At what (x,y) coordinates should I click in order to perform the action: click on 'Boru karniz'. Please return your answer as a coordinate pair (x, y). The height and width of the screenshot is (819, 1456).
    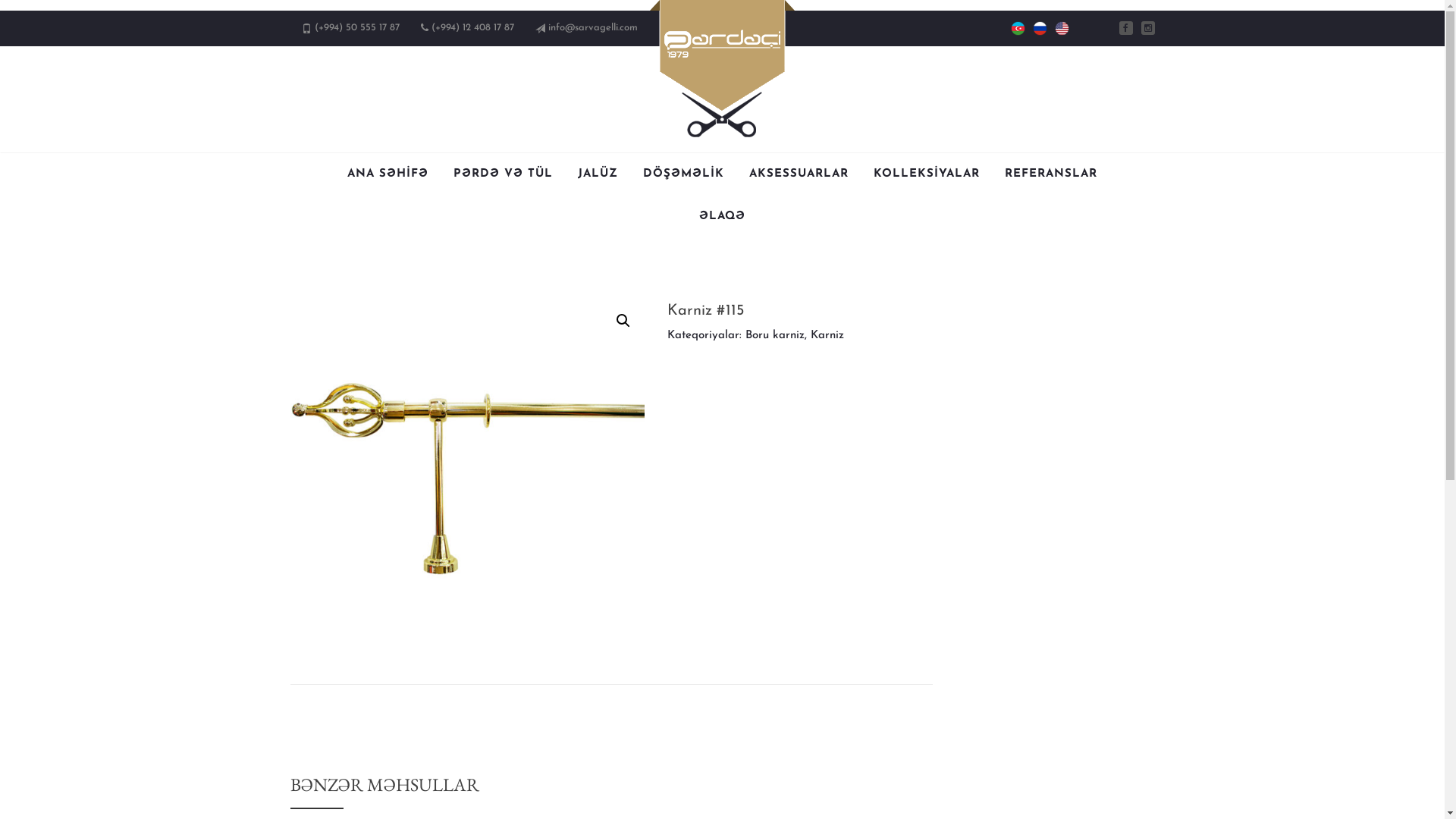
    Looking at the image, I should click on (775, 334).